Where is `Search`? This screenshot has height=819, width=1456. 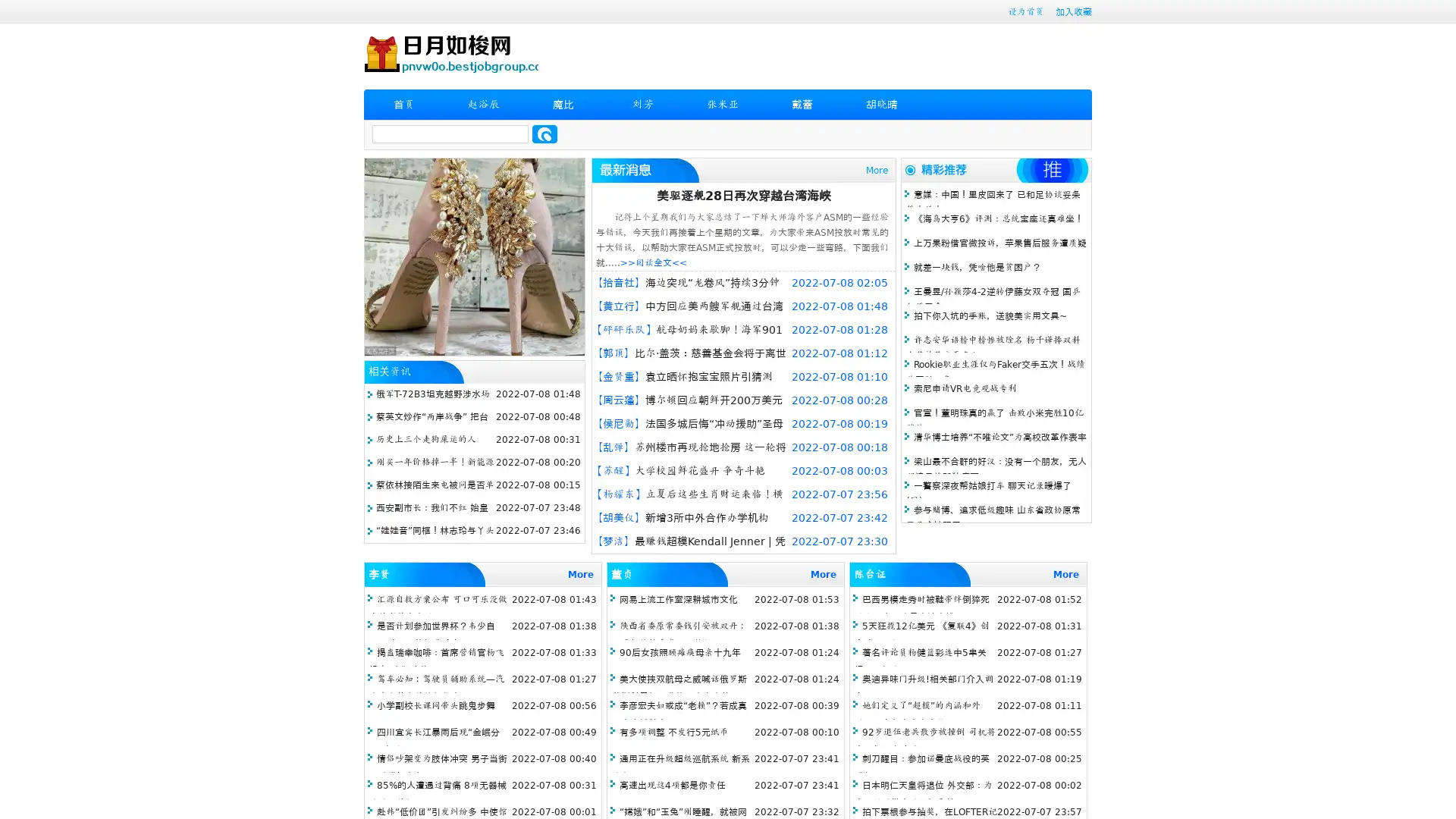
Search is located at coordinates (544, 133).